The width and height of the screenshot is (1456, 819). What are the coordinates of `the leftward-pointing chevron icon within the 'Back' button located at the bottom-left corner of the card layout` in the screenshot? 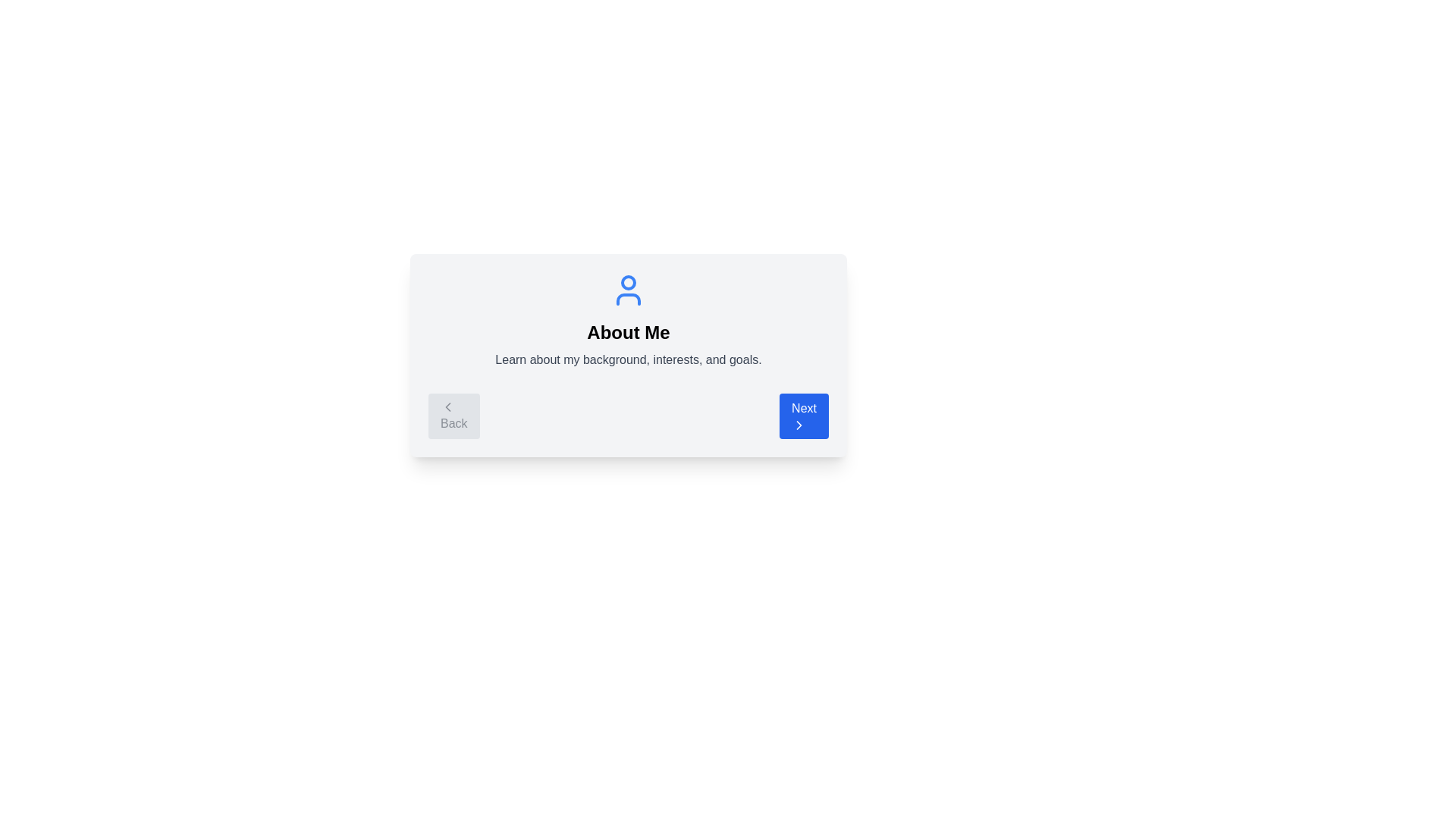 It's located at (447, 406).